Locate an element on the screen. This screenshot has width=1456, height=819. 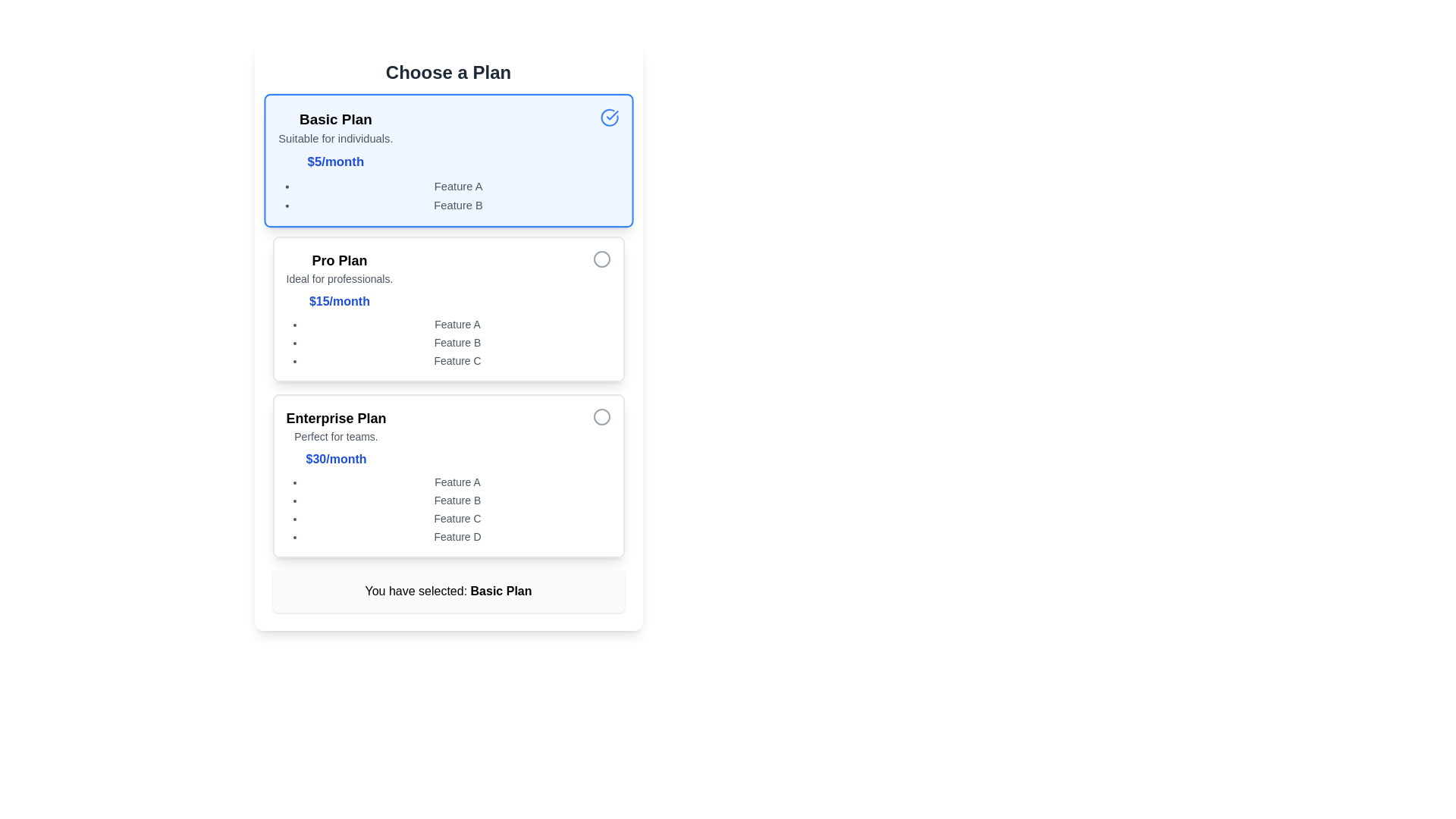
the status of the circular blue icon with a check mark located at the top-right corner of the 'Basic Plan' subscription card is located at coordinates (609, 117).